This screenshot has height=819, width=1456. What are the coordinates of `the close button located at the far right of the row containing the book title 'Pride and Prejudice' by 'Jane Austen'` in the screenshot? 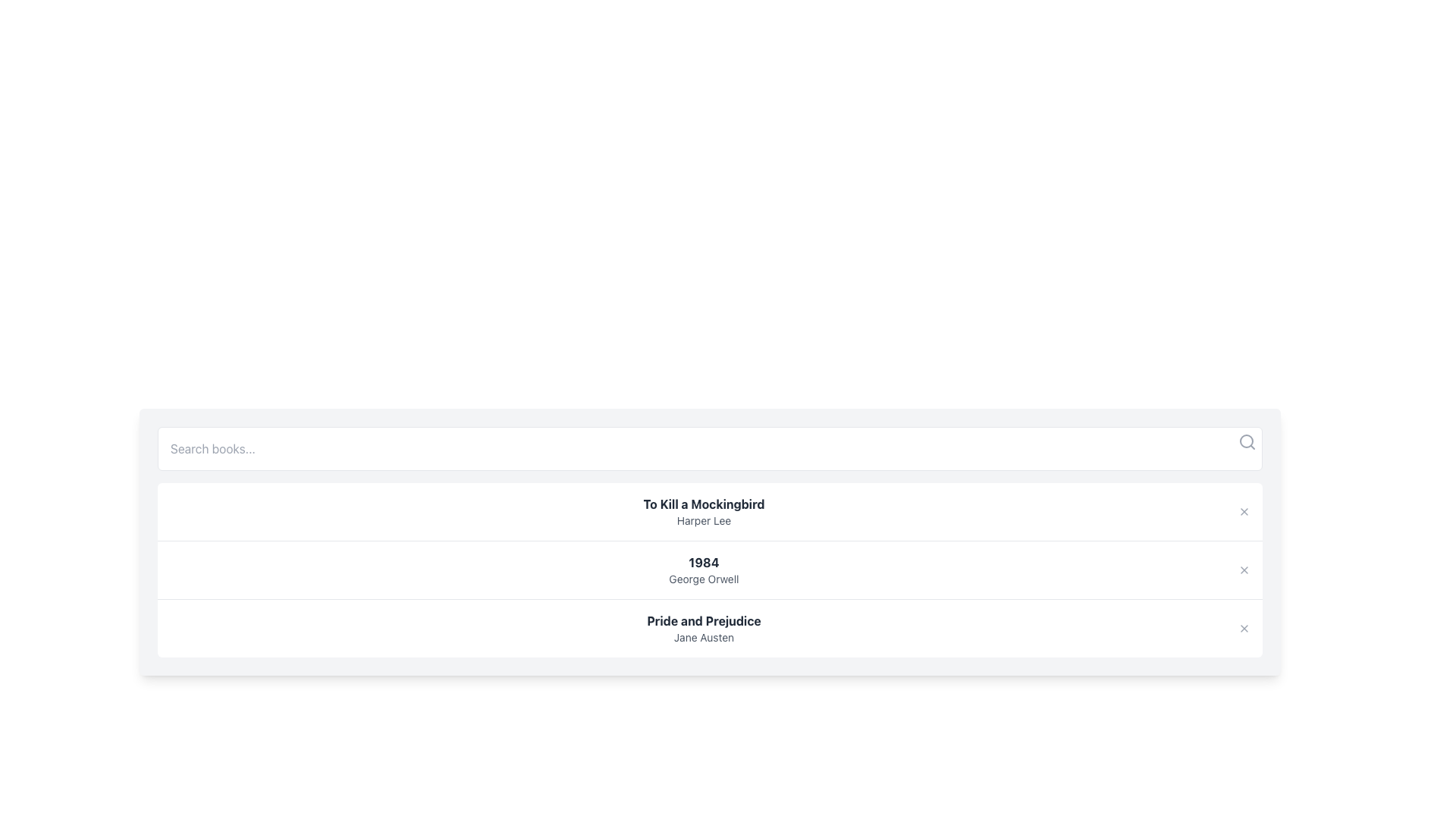 It's located at (1244, 629).